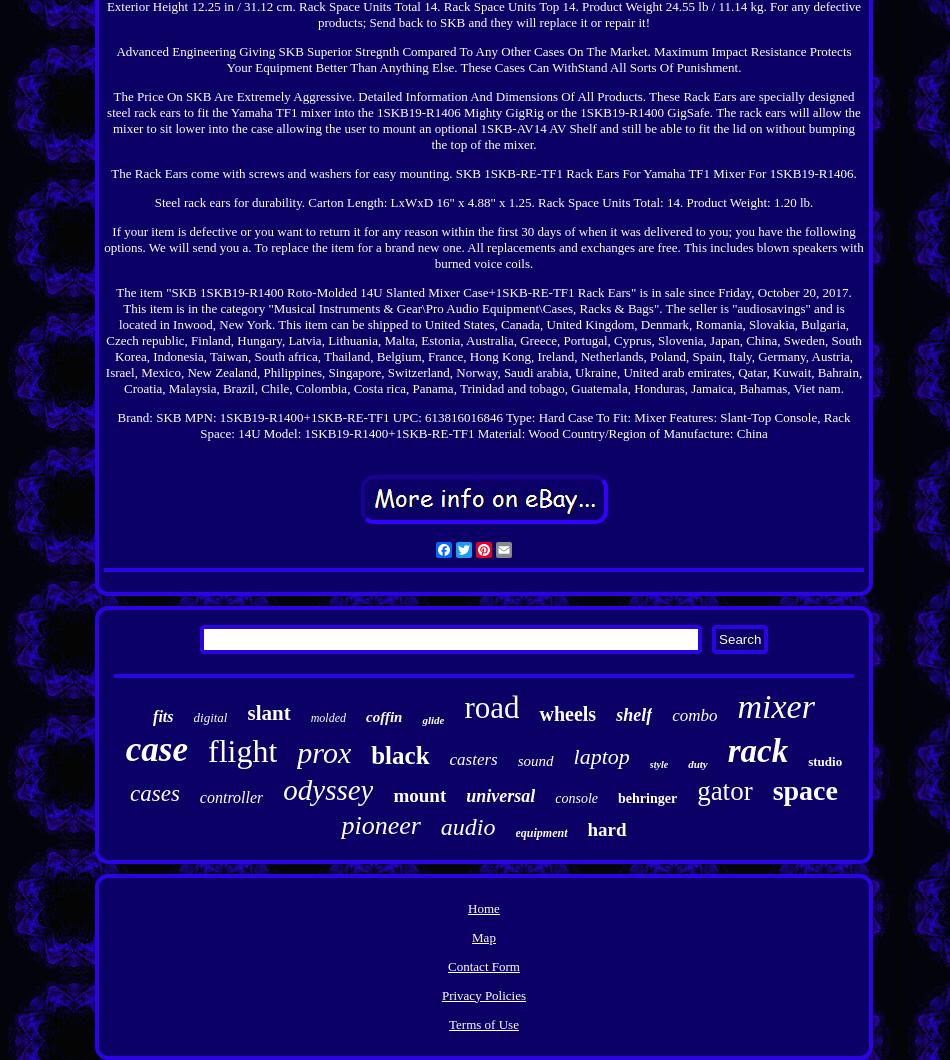 The width and height of the screenshot is (950, 1060). I want to click on 'console', so click(554, 797).